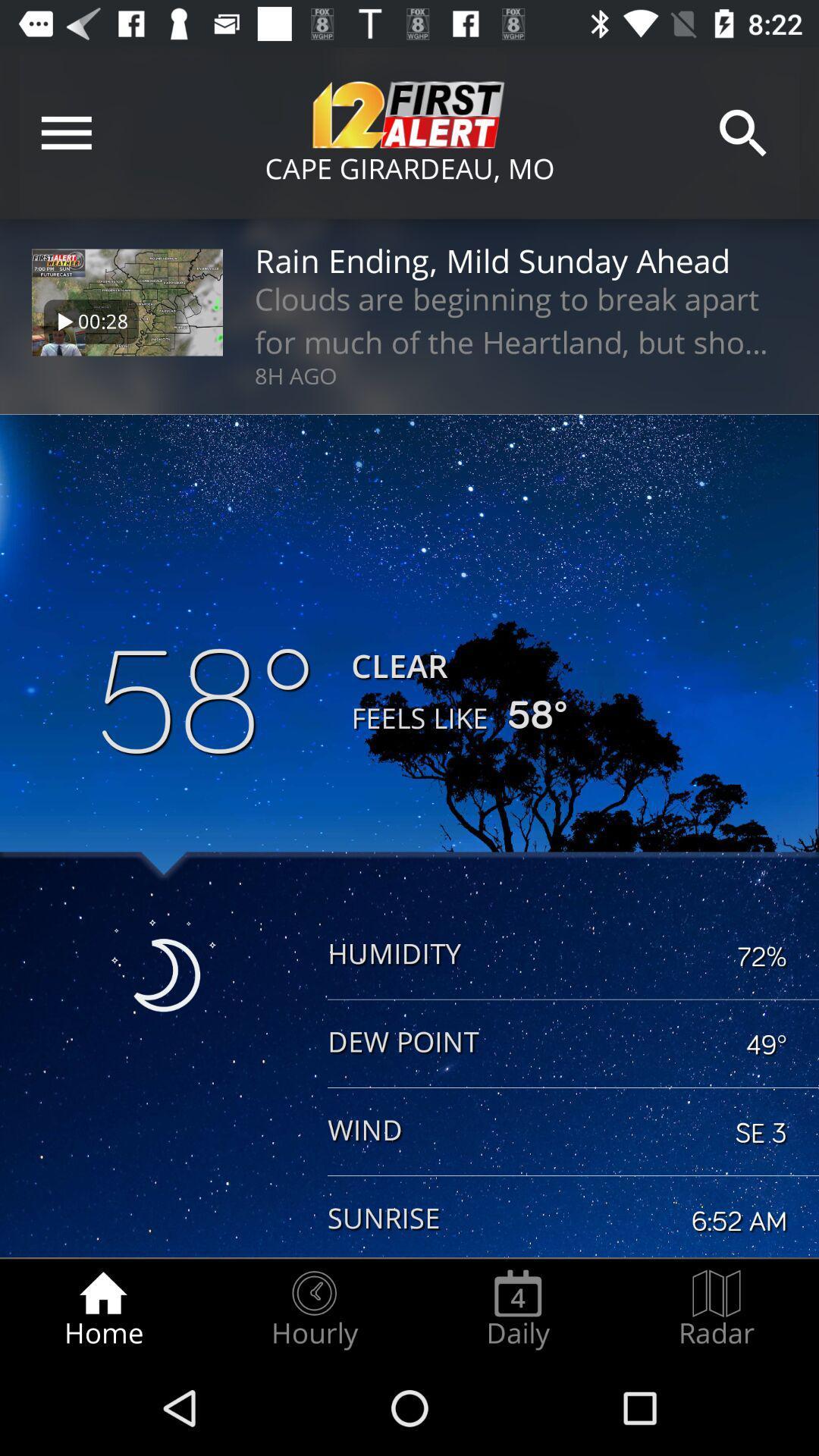 The image size is (819, 1456). Describe the element at coordinates (313, 1309) in the screenshot. I see `hourly item` at that location.